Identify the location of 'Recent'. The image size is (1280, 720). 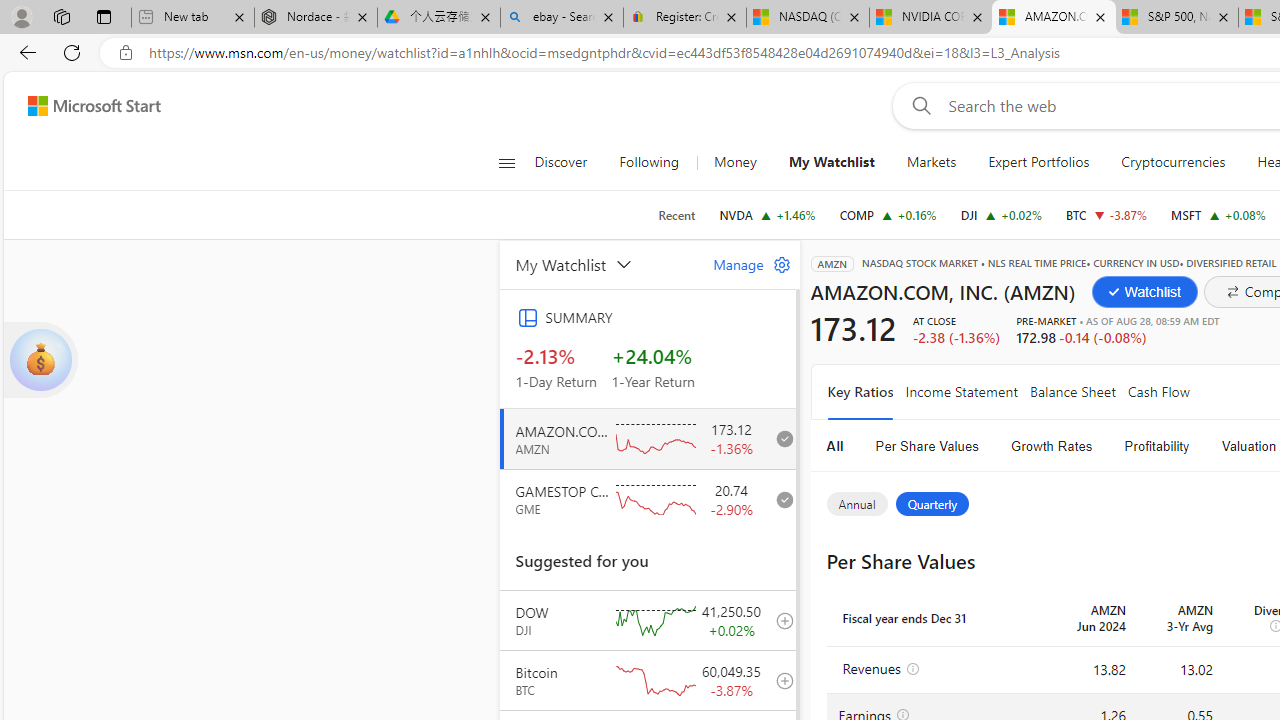
(677, 215).